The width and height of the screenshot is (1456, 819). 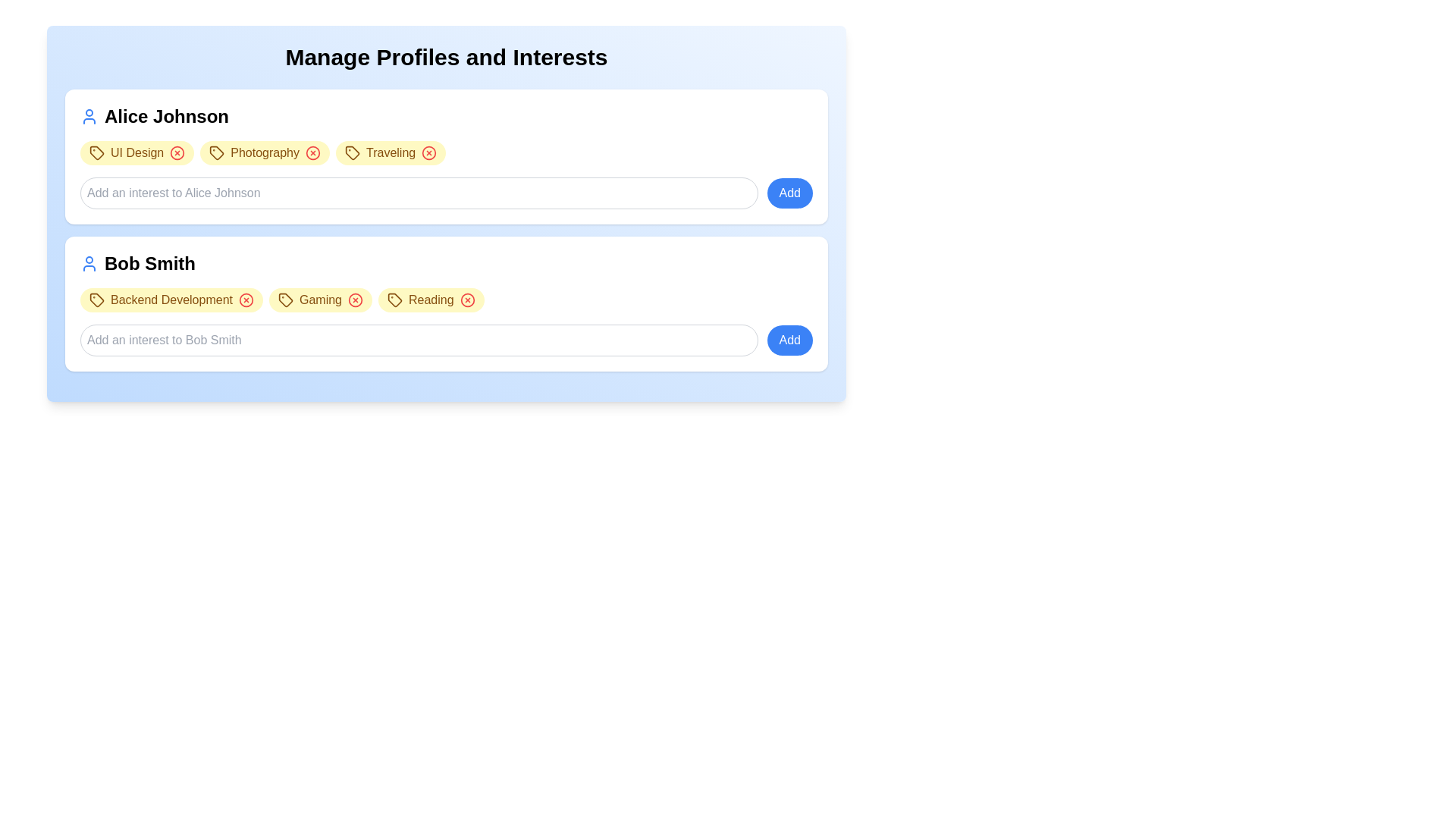 What do you see at coordinates (319, 300) in the screenshot?
I see `the red 'X' icon` at bounding box center [319, 300].